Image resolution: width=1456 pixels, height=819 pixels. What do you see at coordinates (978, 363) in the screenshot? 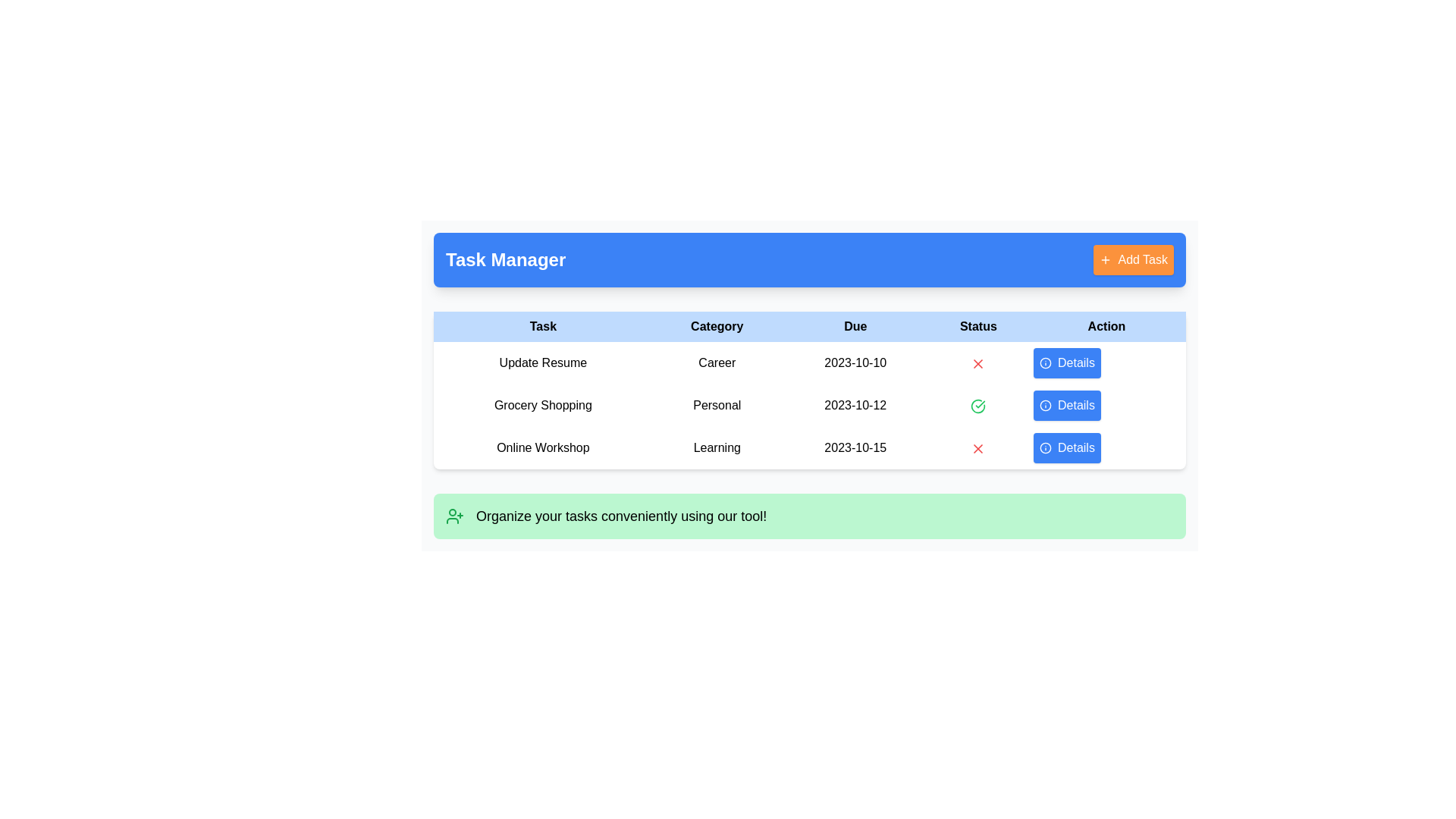
I see `the red 'X' icon located in the 'Status' column of the third row in the task table, which indicates an issue or failed state` at bounding box center [978, 363].